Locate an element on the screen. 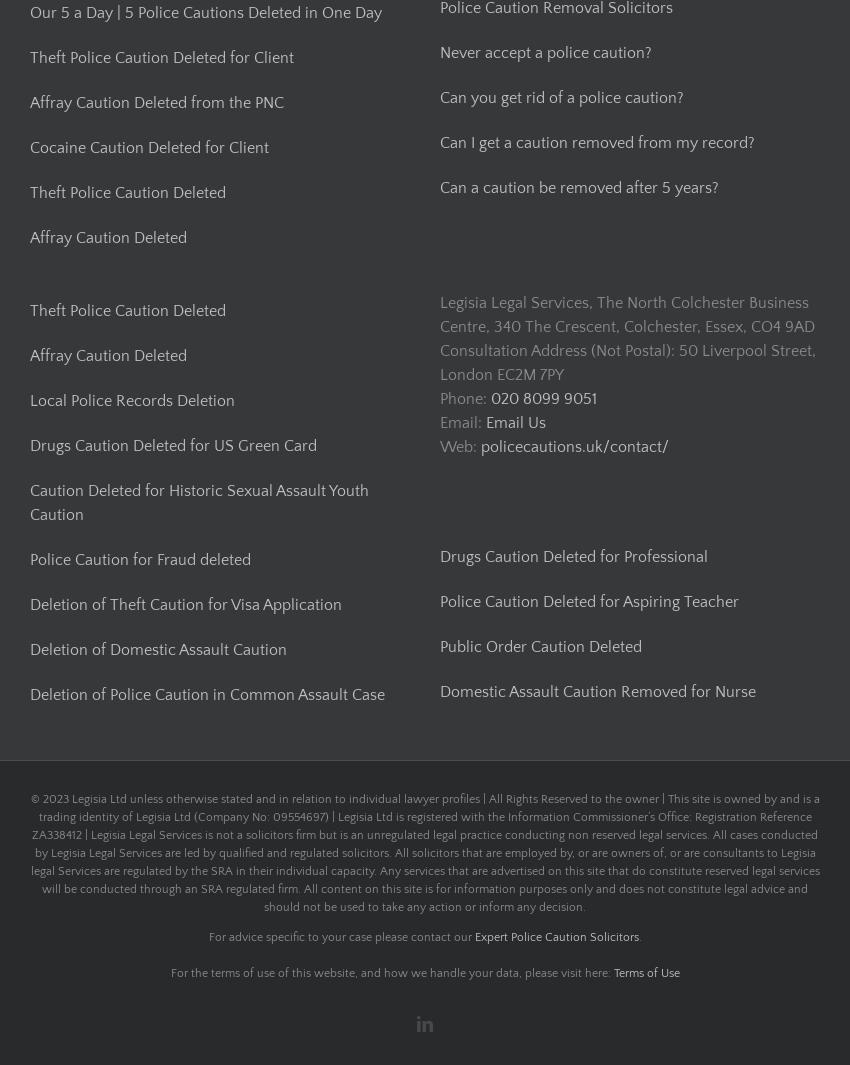 The height and width of the screenshot is (1065, 850). 'Can you get rid of a police caution?' is located at coordinates (562, 96).